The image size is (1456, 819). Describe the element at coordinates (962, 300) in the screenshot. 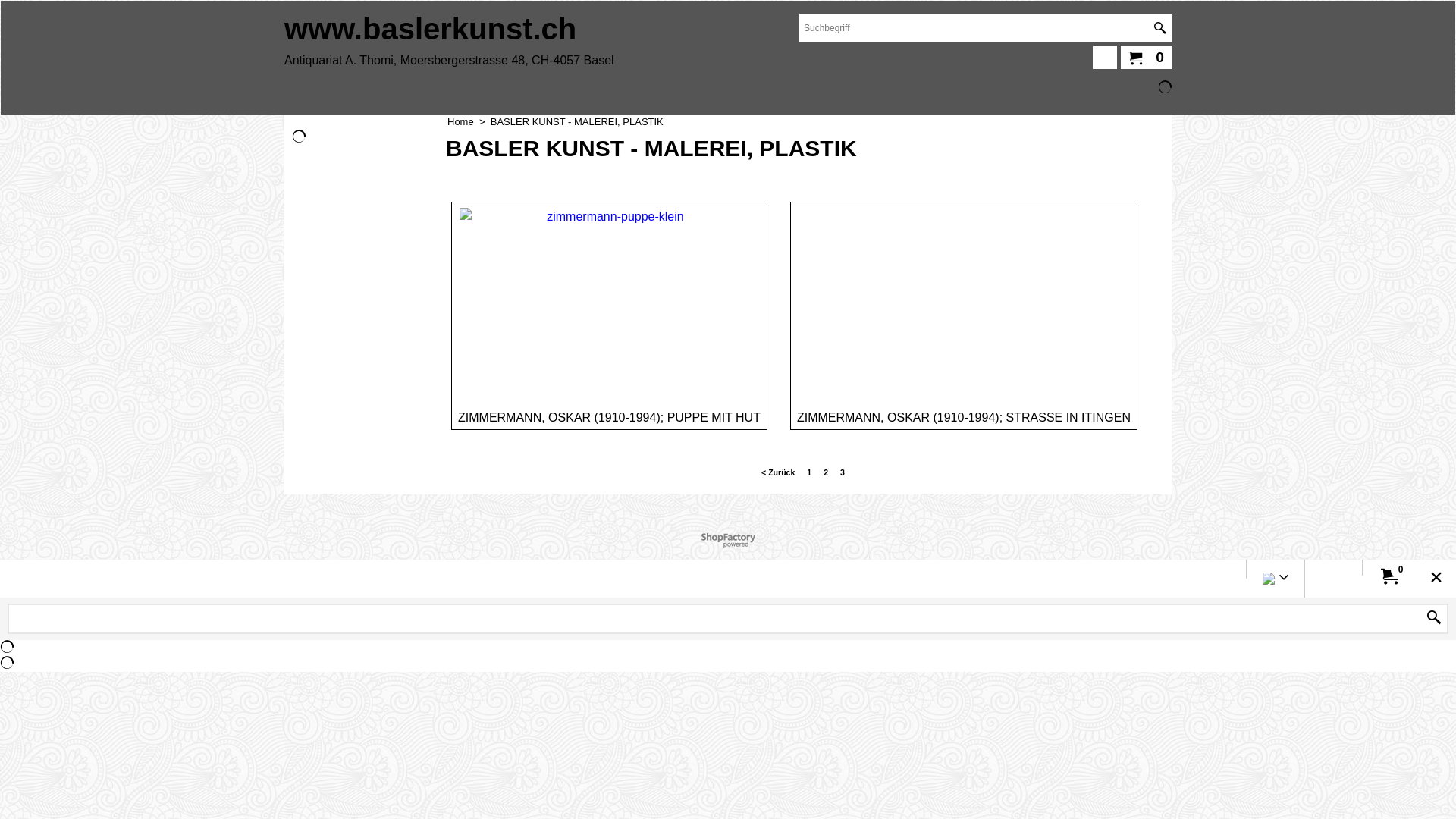

I see `'zimmermann-itingen-gross'` at that location.